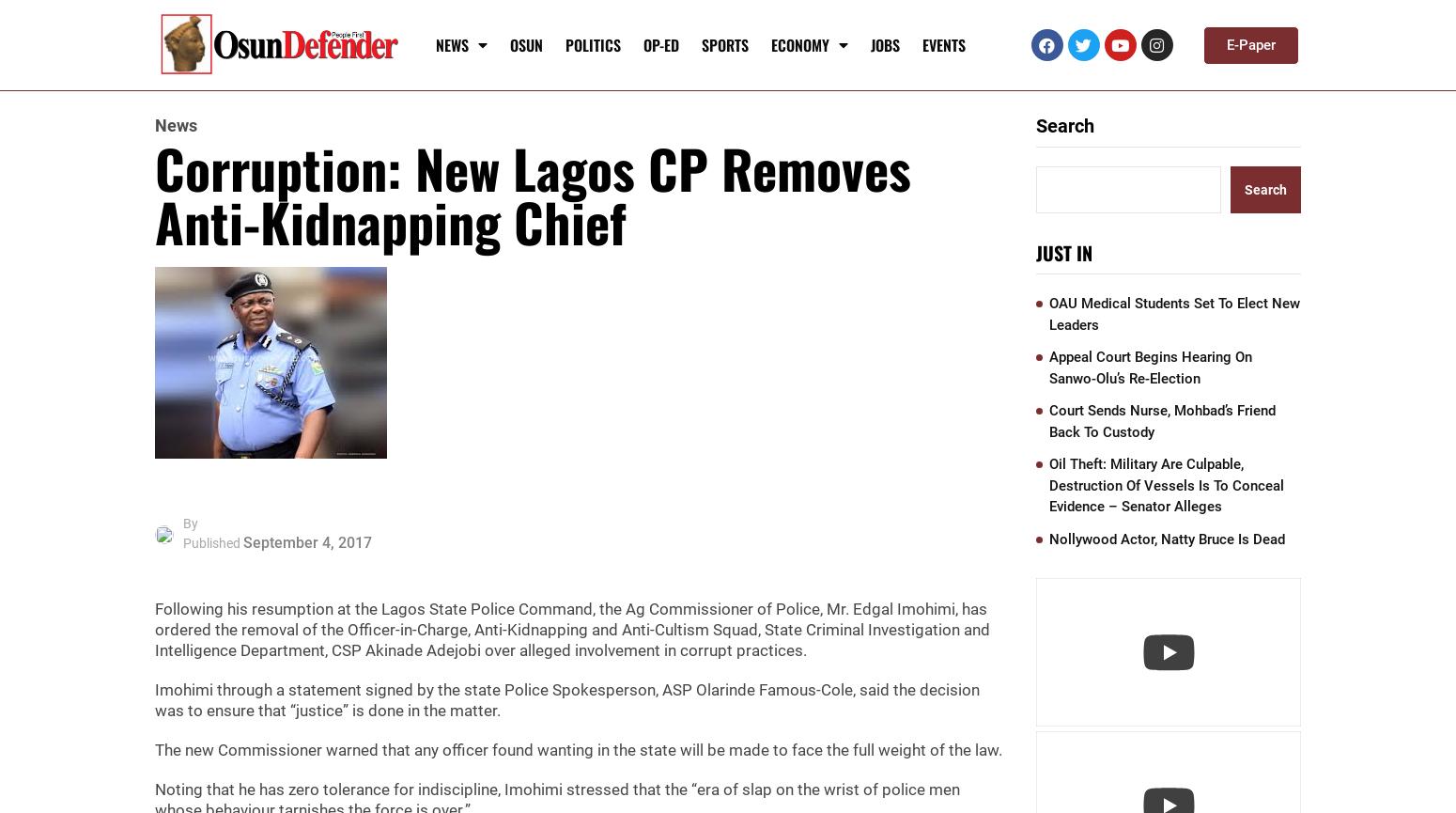 This screenshot has height=813, width=1456. I want to click on 'Imohimi through a statement signed by the state Police Spokesperson, ASP Olarinde Famous-Cole, said the decision was to ensure that “justice” is done in the matter.', so click(567, 699).